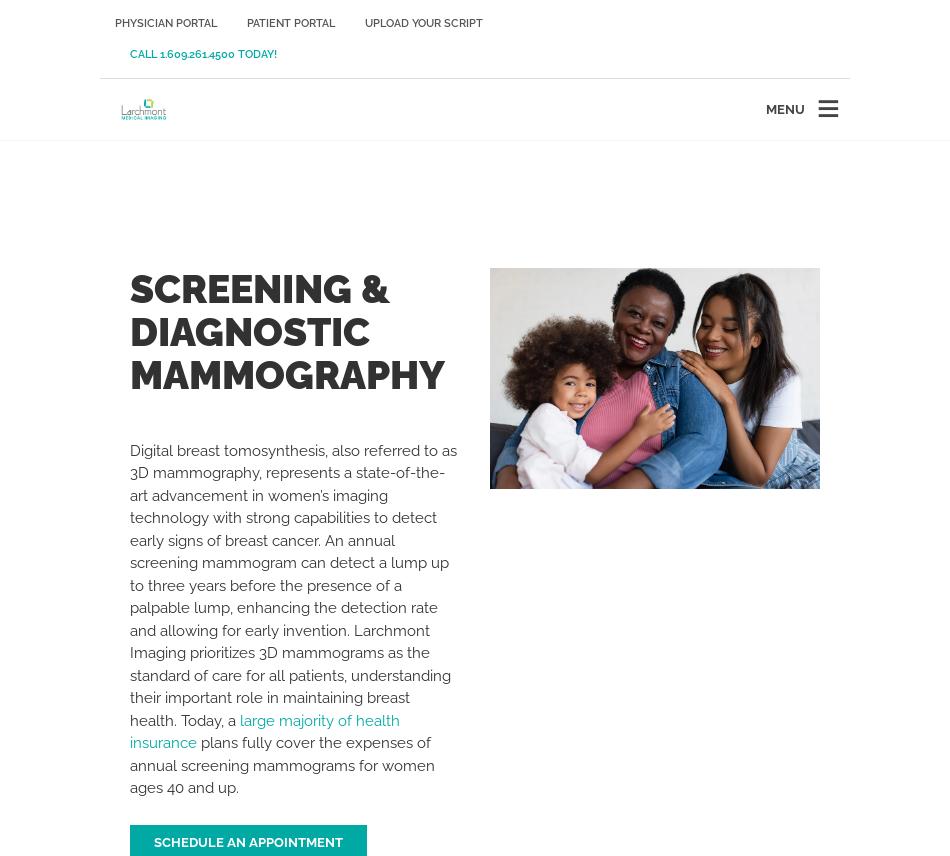 This screenshot has width=950, height=856. Describe the element at coordinates (247, 840) in the screenshot. I see `'Schedule An Appointment'` at that location.